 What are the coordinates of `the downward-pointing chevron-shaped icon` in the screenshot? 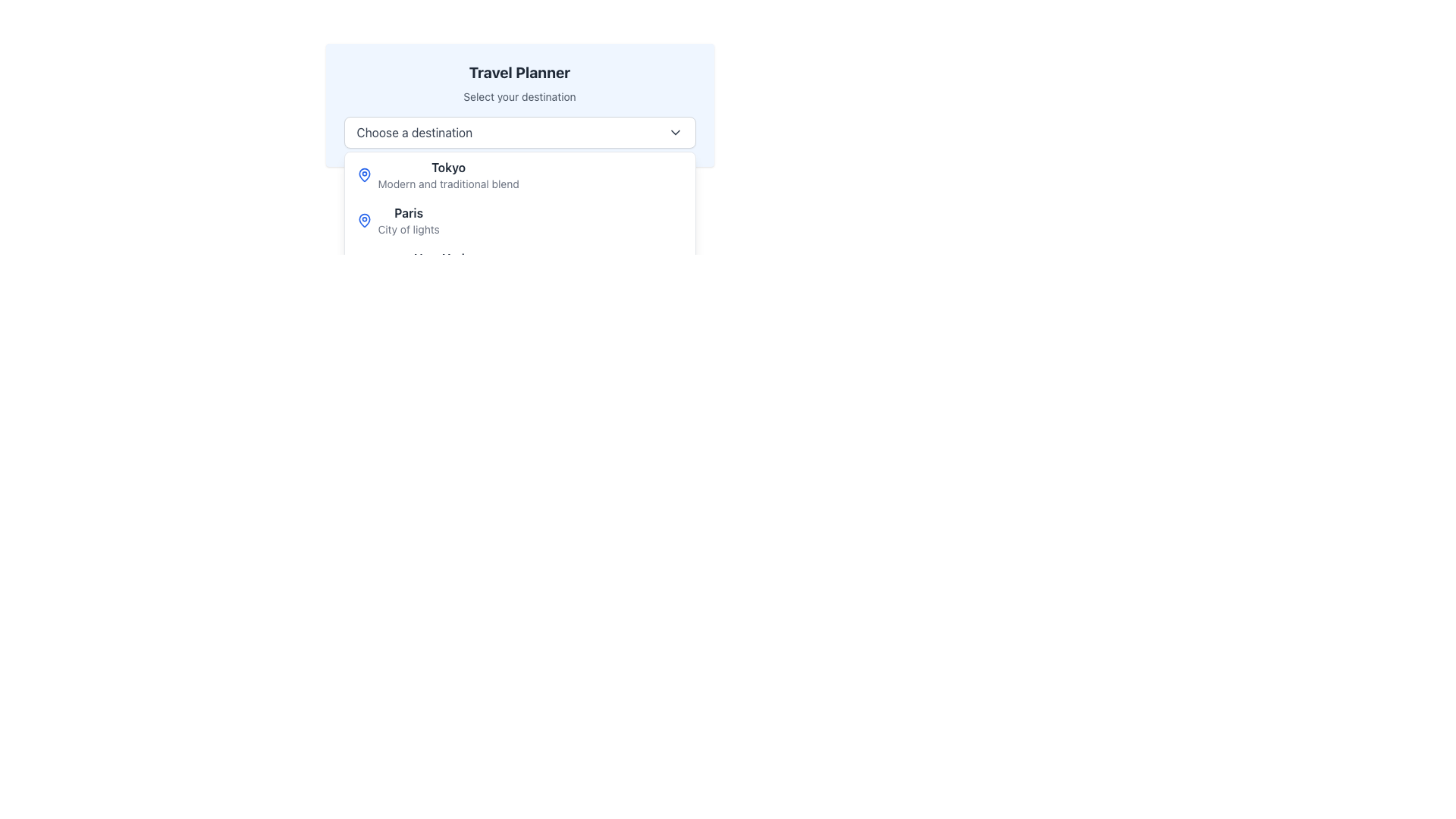 It's located at (674, 131).